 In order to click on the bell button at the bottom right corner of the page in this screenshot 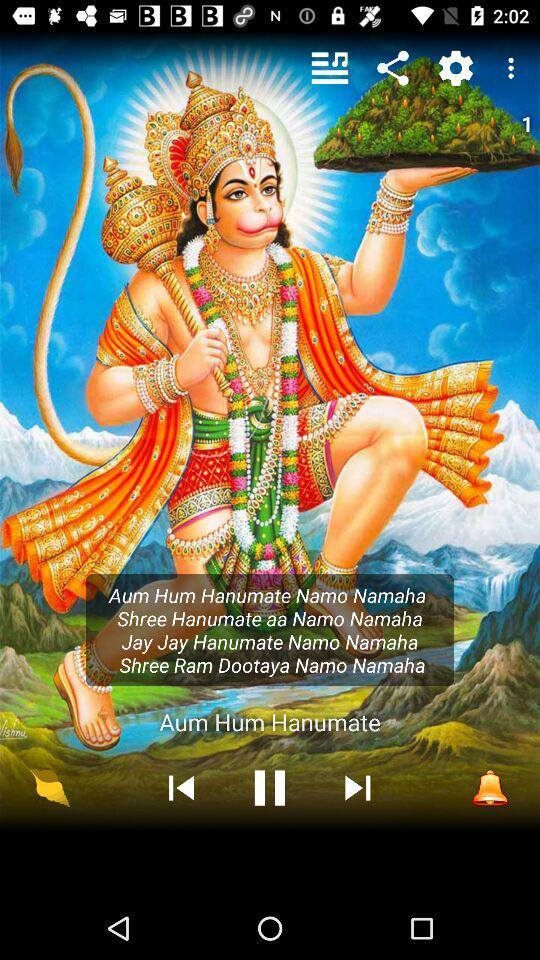, I will do `click(488, 787)`.